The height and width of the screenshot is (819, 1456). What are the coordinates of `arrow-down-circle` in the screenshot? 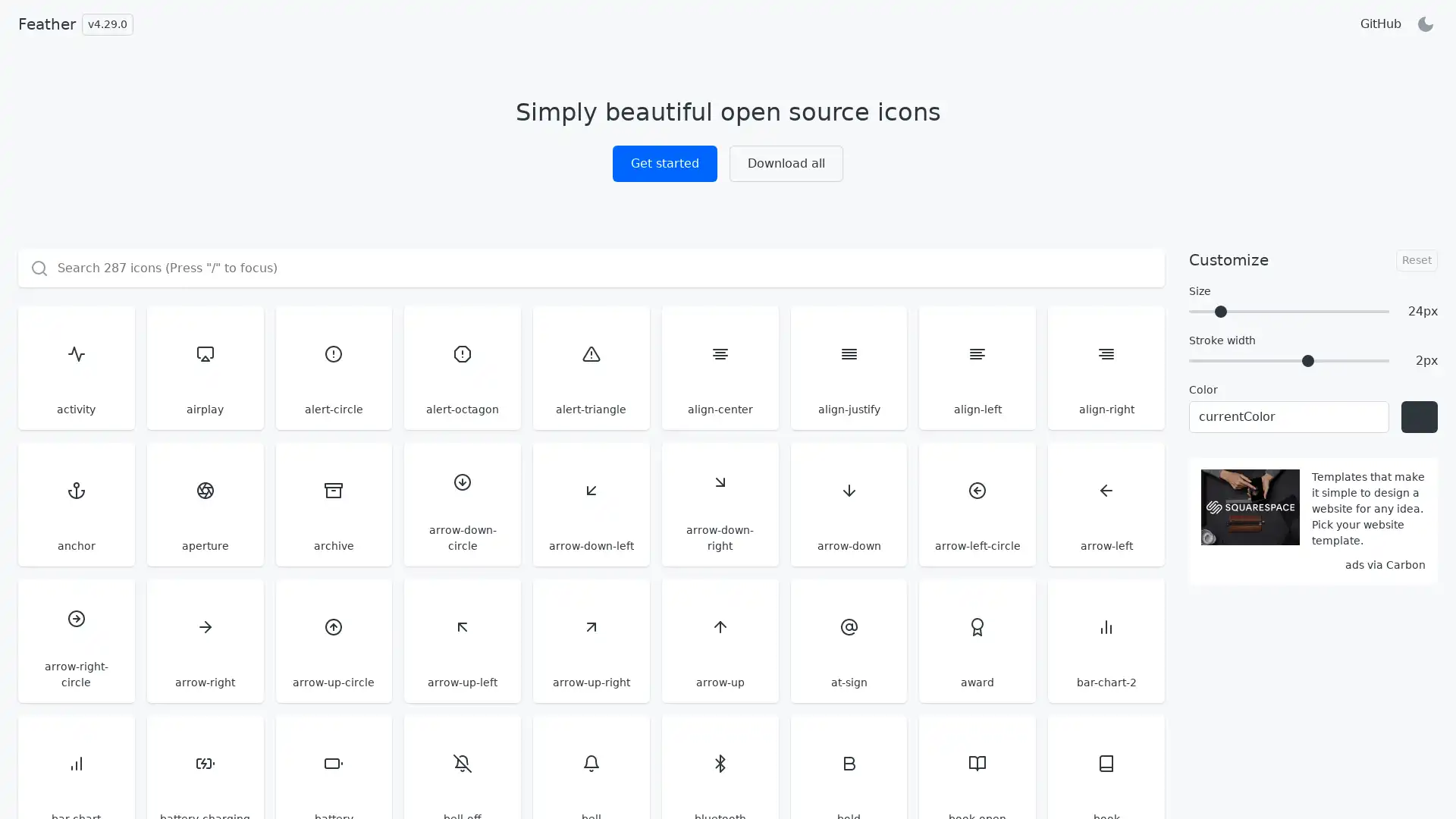 It's located at (461, 504).